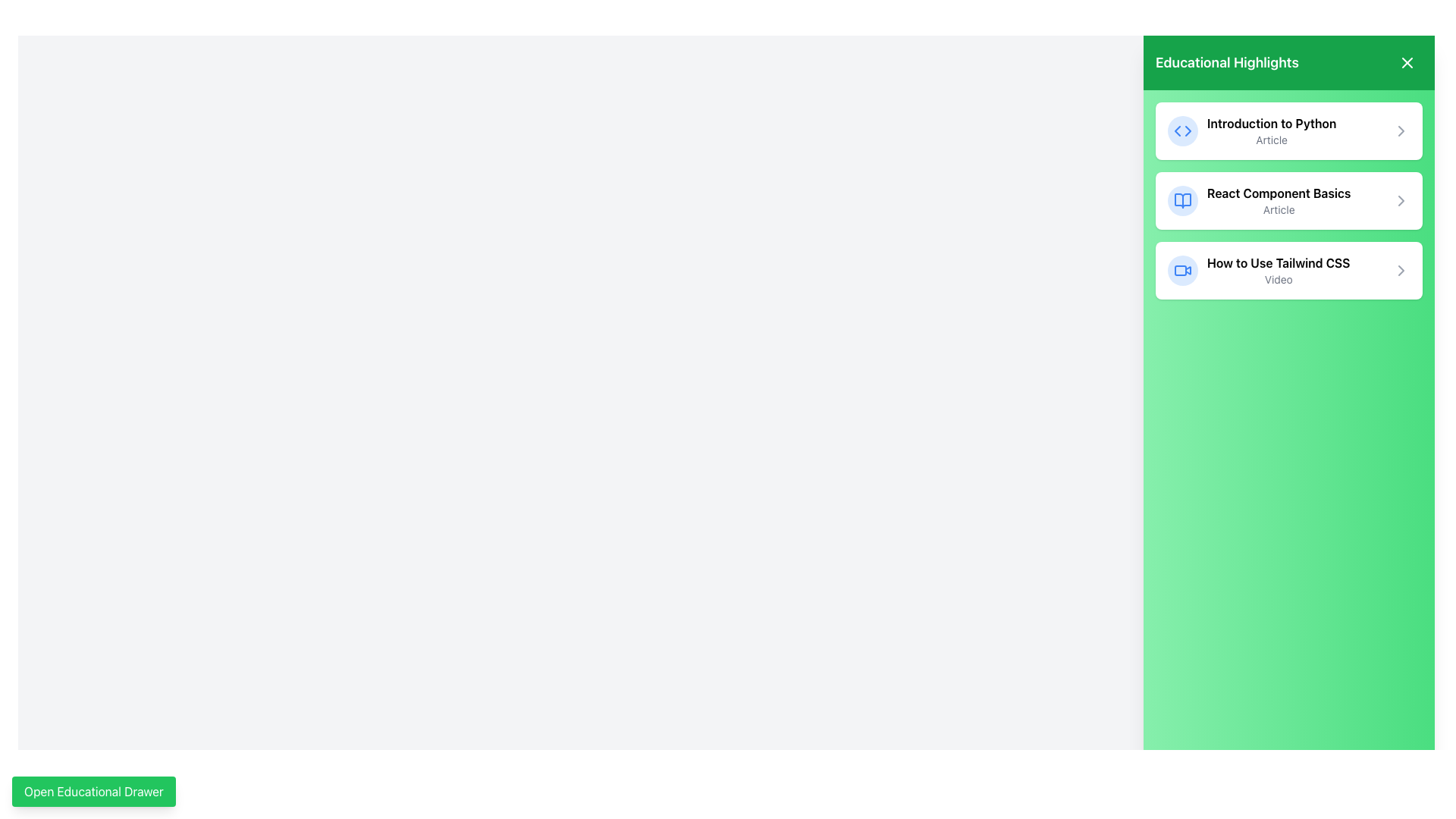 This screenshot has width=1456, height=819. What do you see at coordinates (1182, 200) in the screenshot?
I see `the bottom part of the open book icon located in the Educational Highlights section, adjacent to the 'React Component Basics' article` at bounding box center [1182, 200].